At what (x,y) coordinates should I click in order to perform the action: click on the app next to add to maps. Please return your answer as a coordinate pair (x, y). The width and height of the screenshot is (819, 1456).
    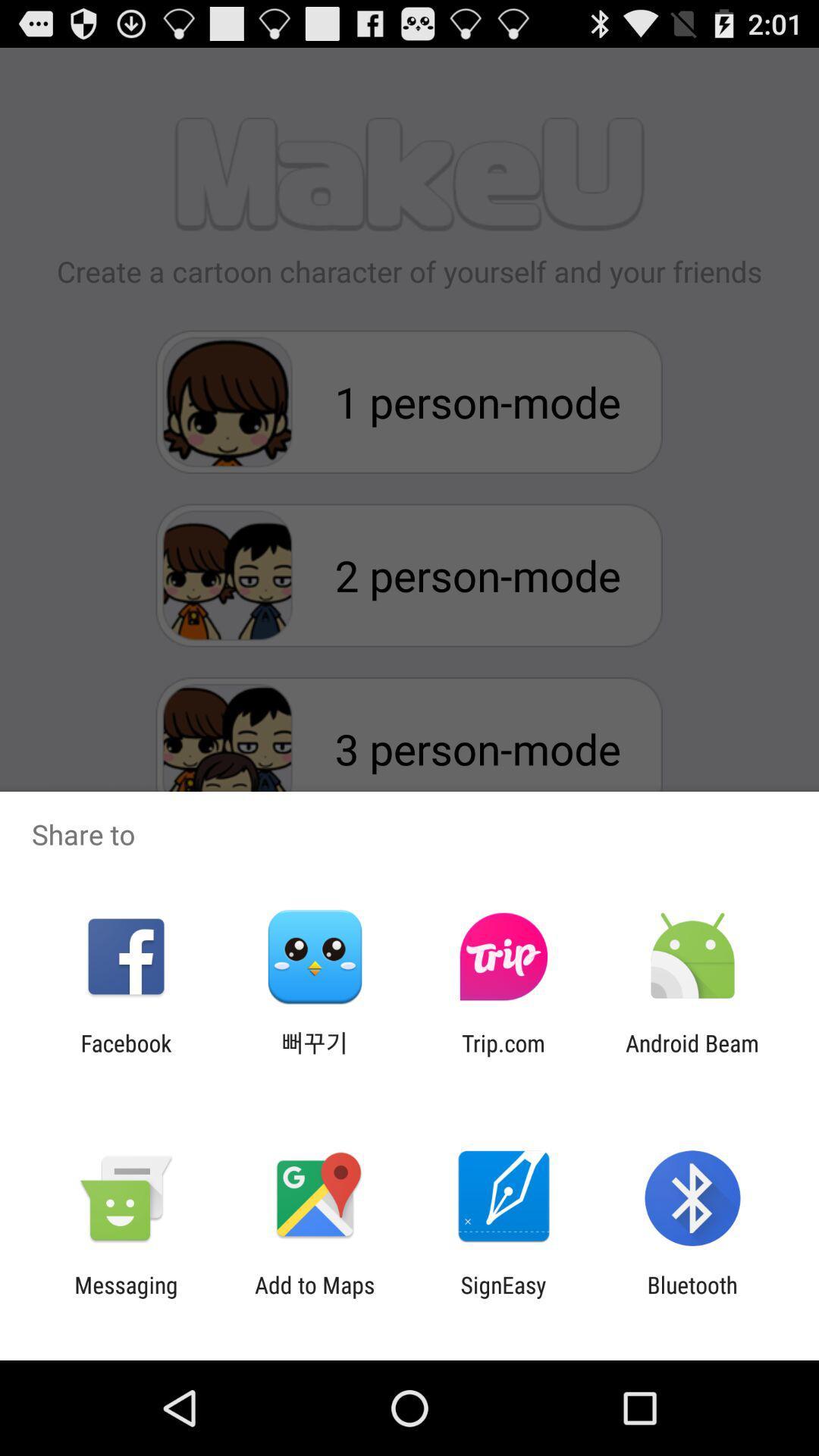
    Looking at the image, I should click on (125, 1298).